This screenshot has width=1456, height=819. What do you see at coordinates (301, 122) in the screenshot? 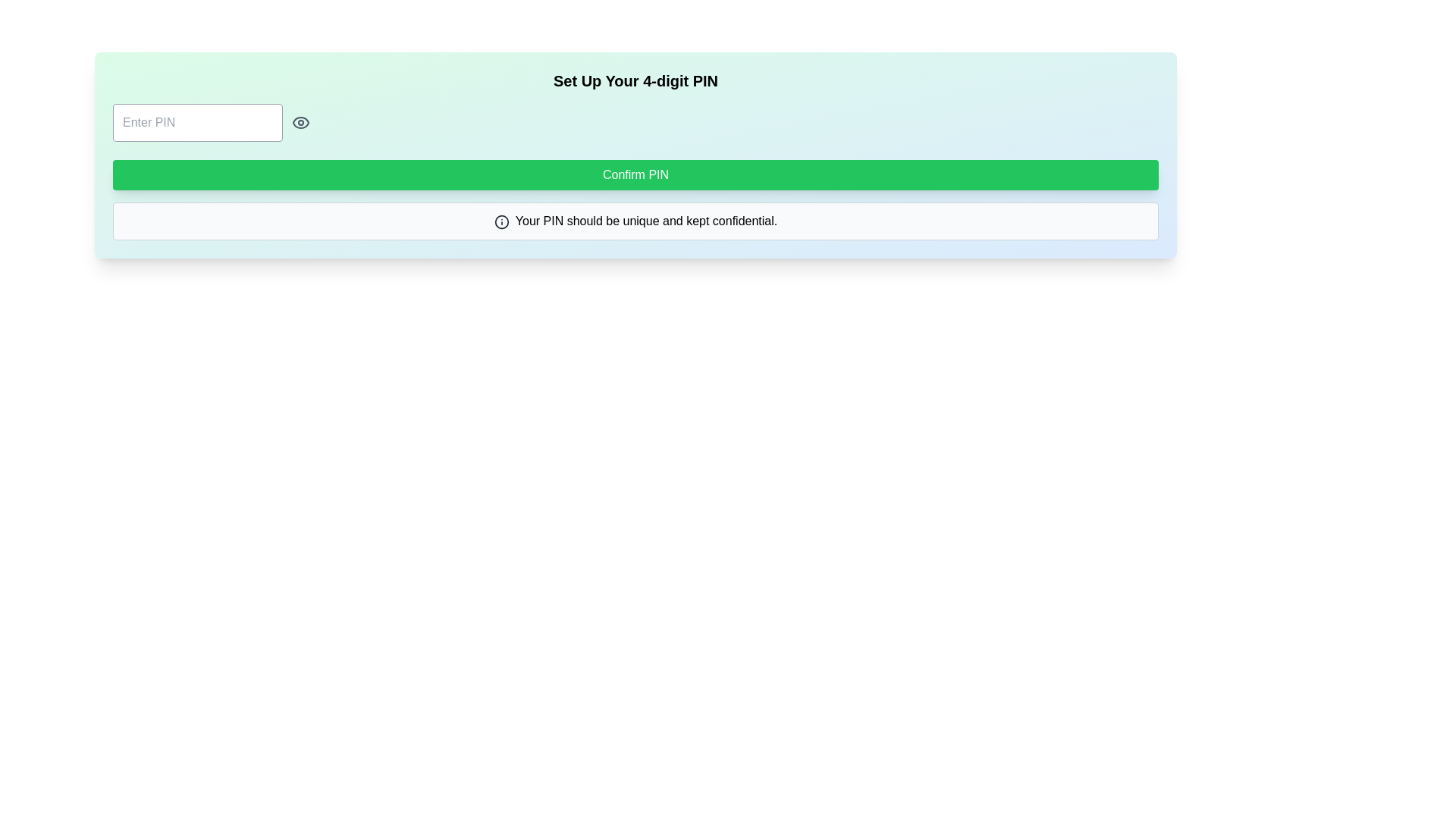
I see `the eye icon button next to the 'Enter PIN' input field` at bounding box center [301, 122].